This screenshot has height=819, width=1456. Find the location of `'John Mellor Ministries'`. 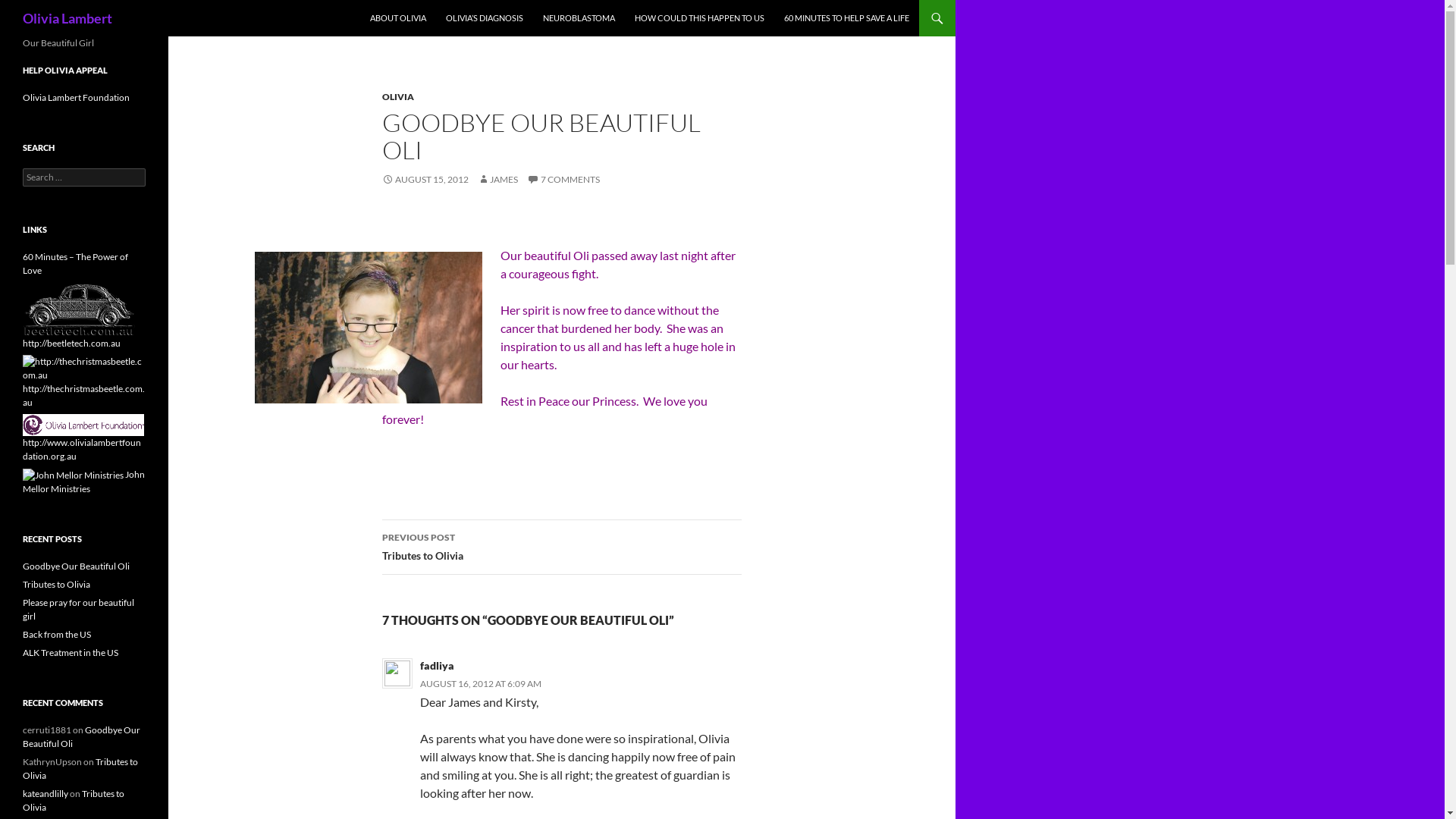

'John Mellor Ministries' is located at coordinates (83, 482).